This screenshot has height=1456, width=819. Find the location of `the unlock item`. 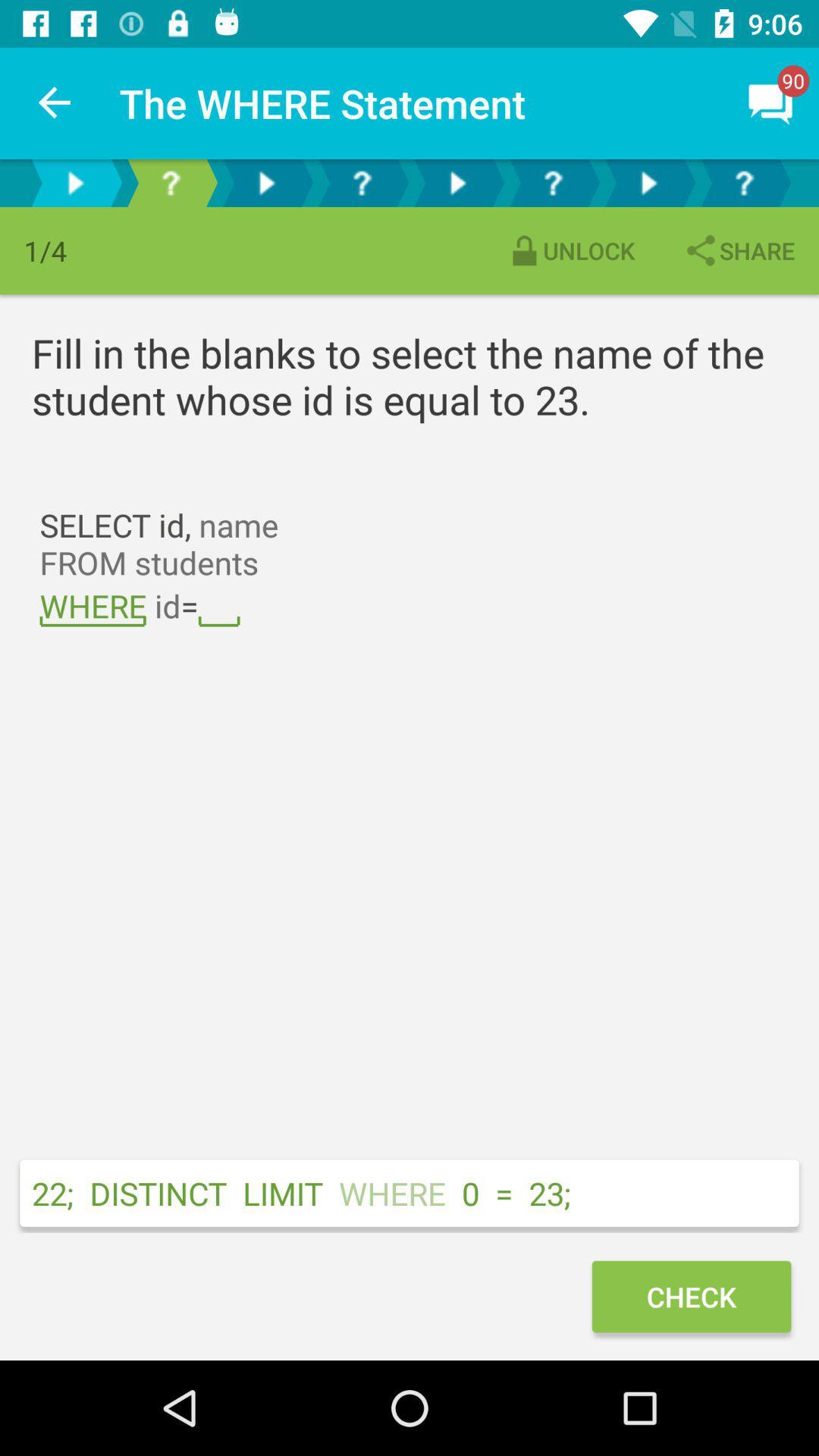

the unlock item is located at coordinates (570, 250).